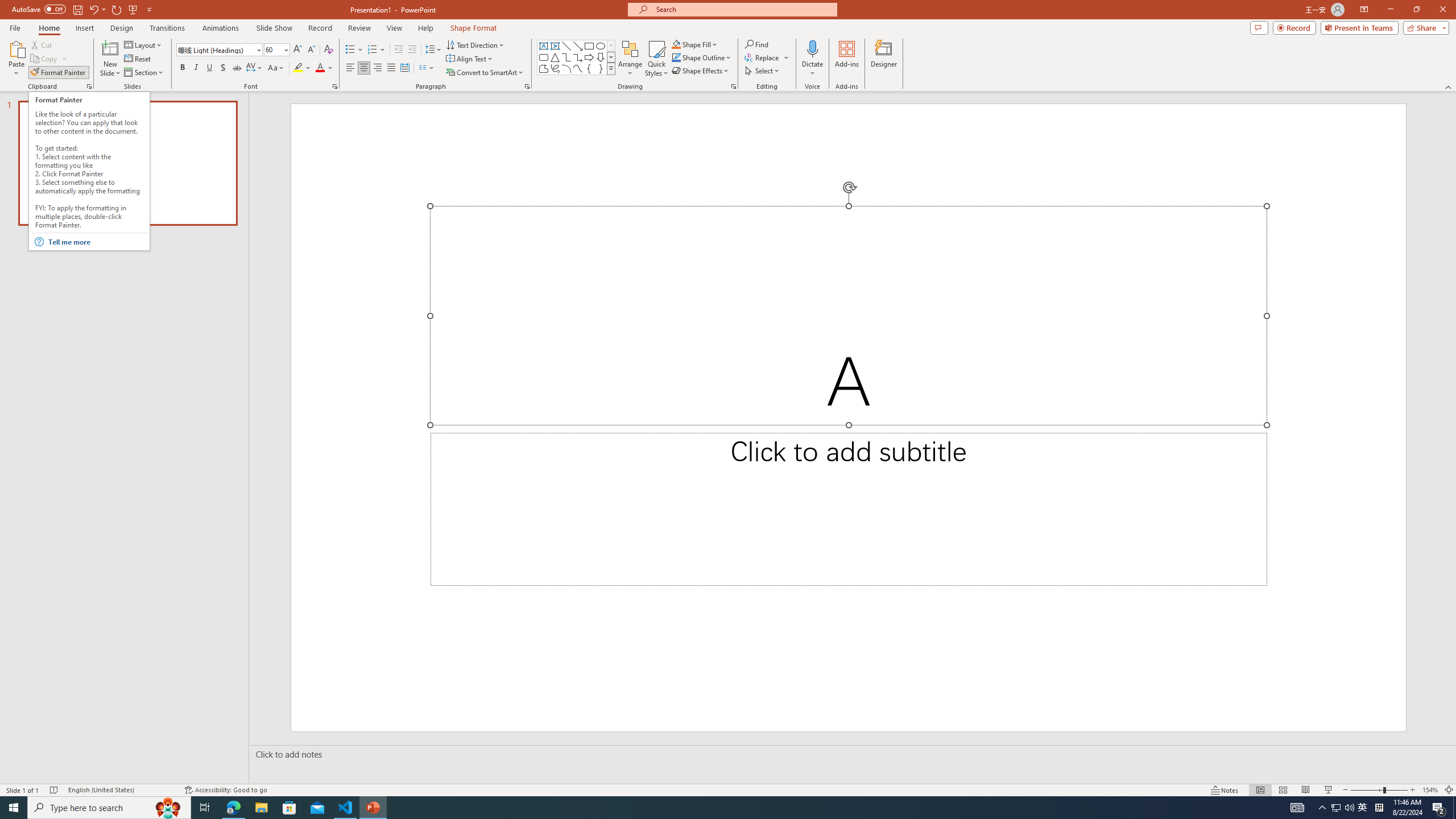 This screenshot has height=819, width=1456. Describe the element at coordinates (39, 9) in the screenshot. I see `'AutoSave'` at that location.